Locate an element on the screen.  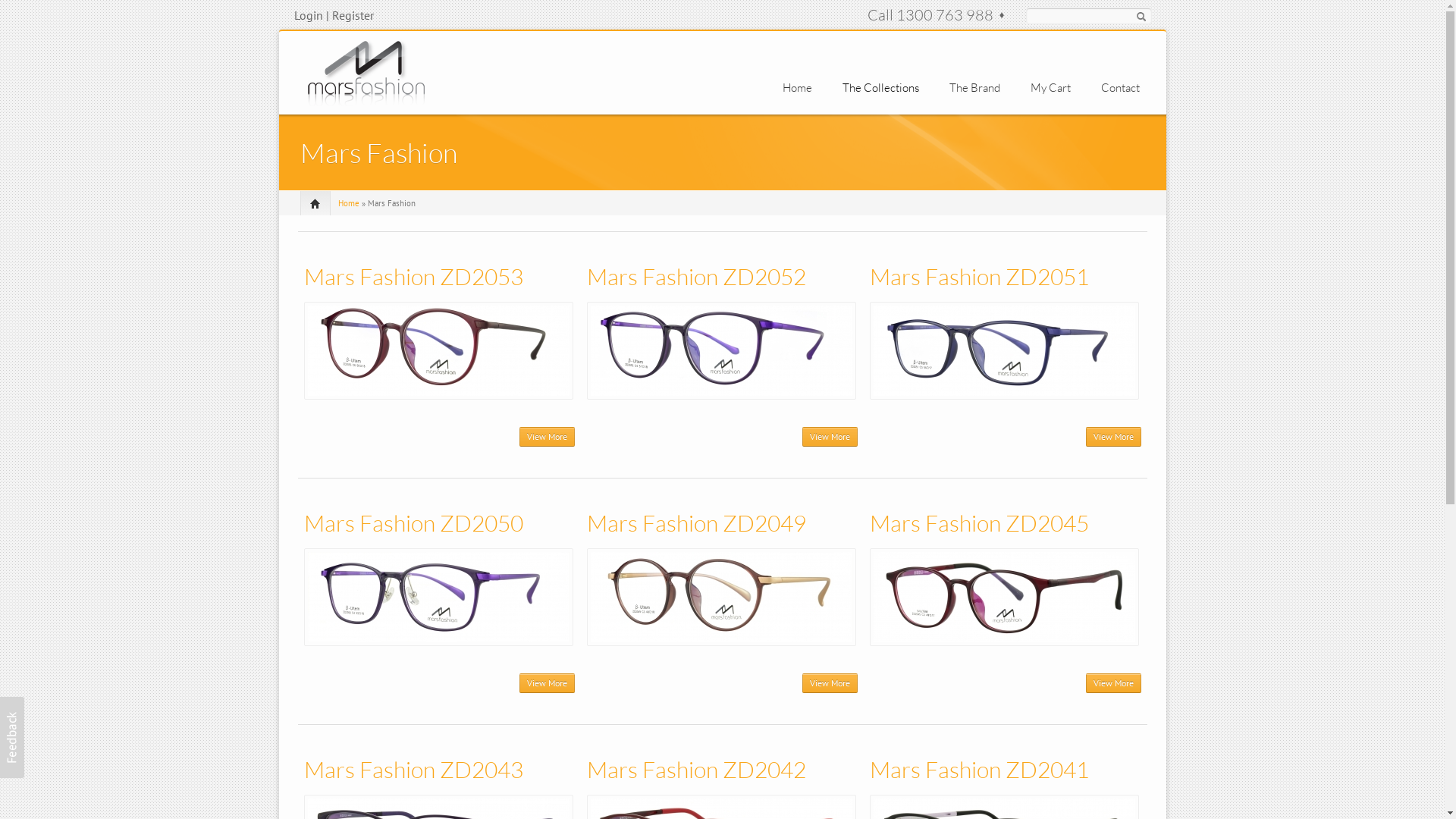
'zd2045' is located at coordinates (1004, 596).